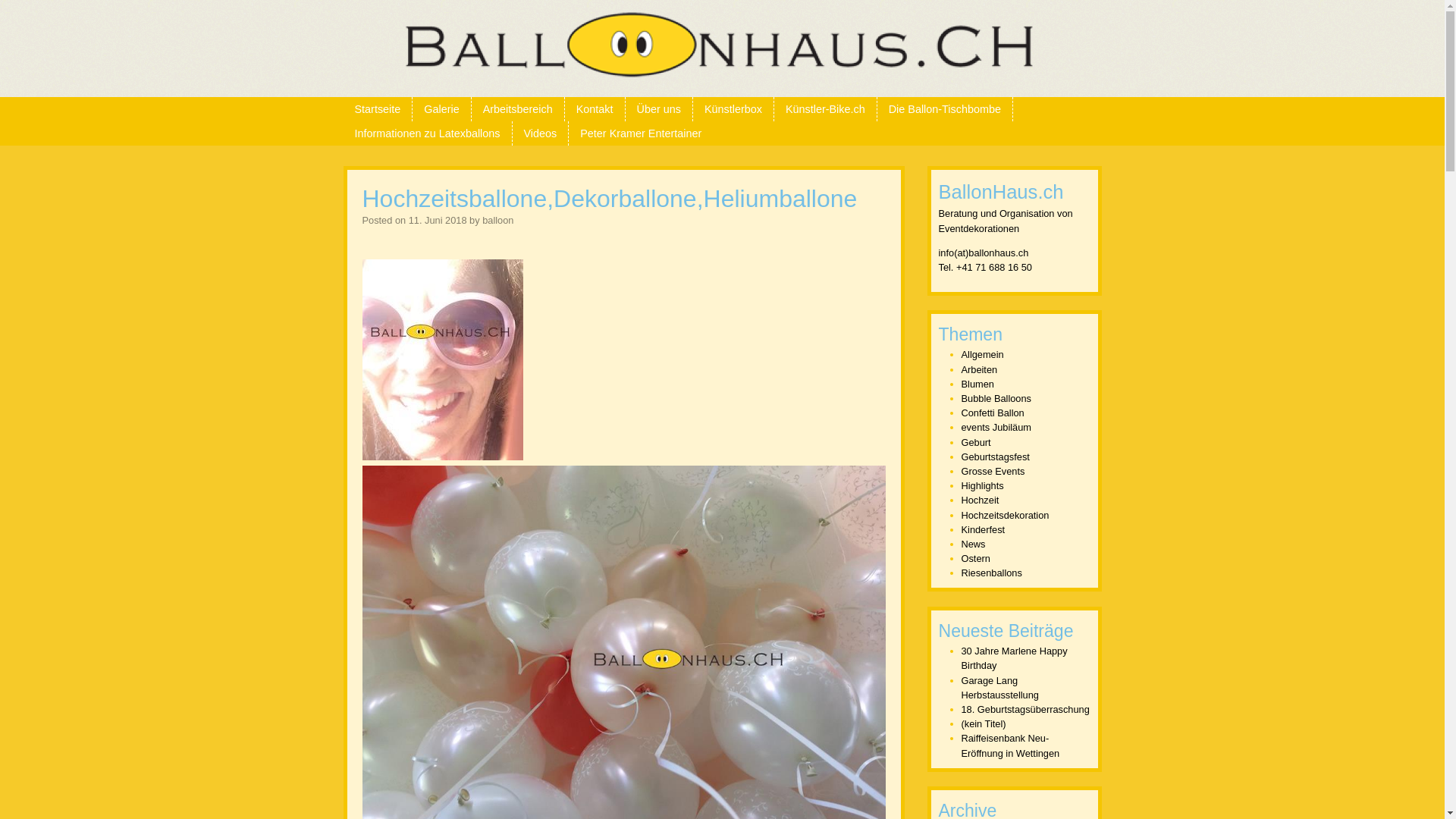  Describe the element at coordinates (983, 354) in the screenshot. I see `'Allgemein'` at that location.